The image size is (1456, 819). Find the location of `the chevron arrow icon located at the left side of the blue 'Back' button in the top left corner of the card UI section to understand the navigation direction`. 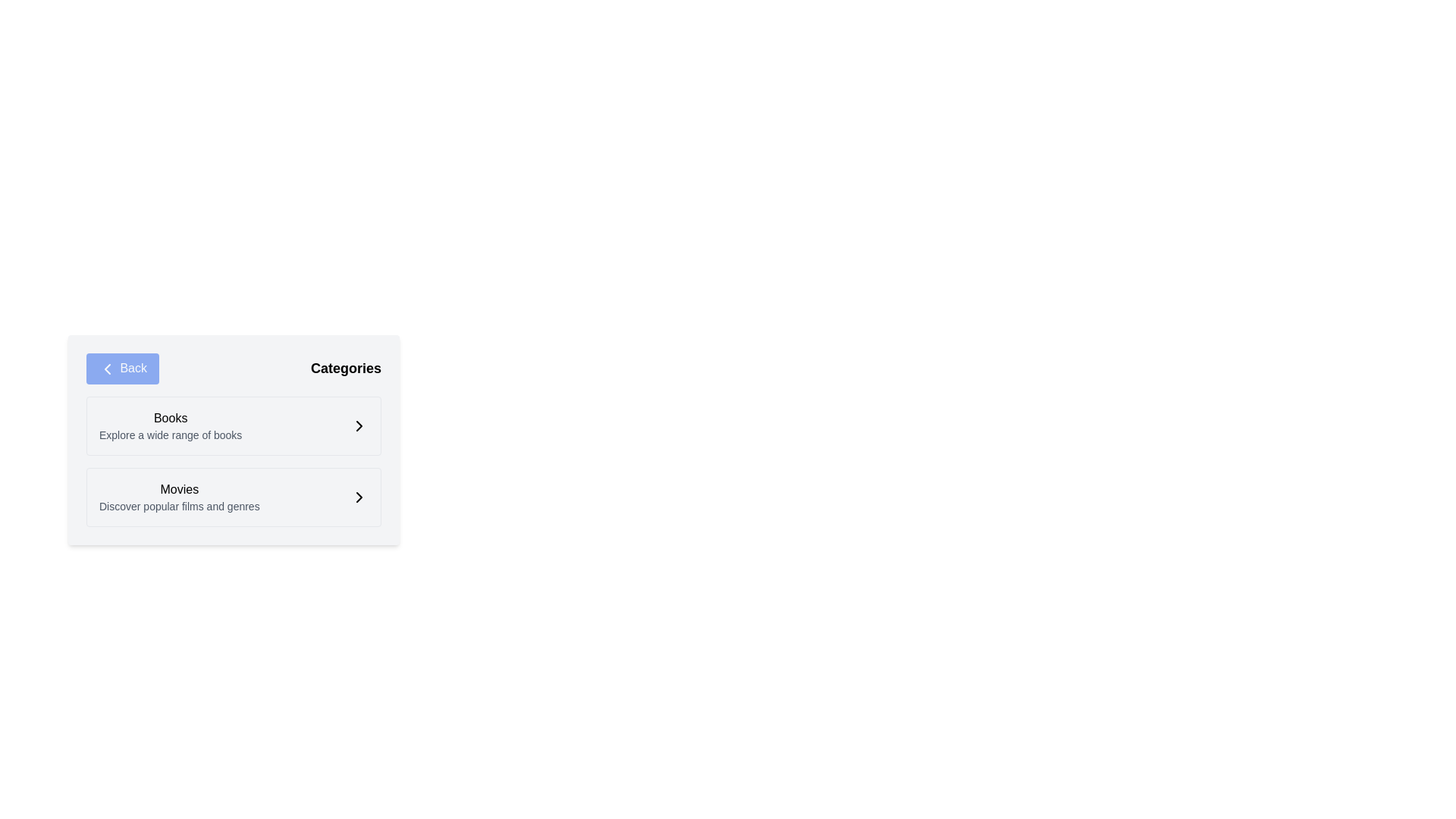

the chevron arrow icon located at the left side of the blue 'Back' button in the top left corner of the card UI section to understand the navigation direction is located at coordinates (107, 369).